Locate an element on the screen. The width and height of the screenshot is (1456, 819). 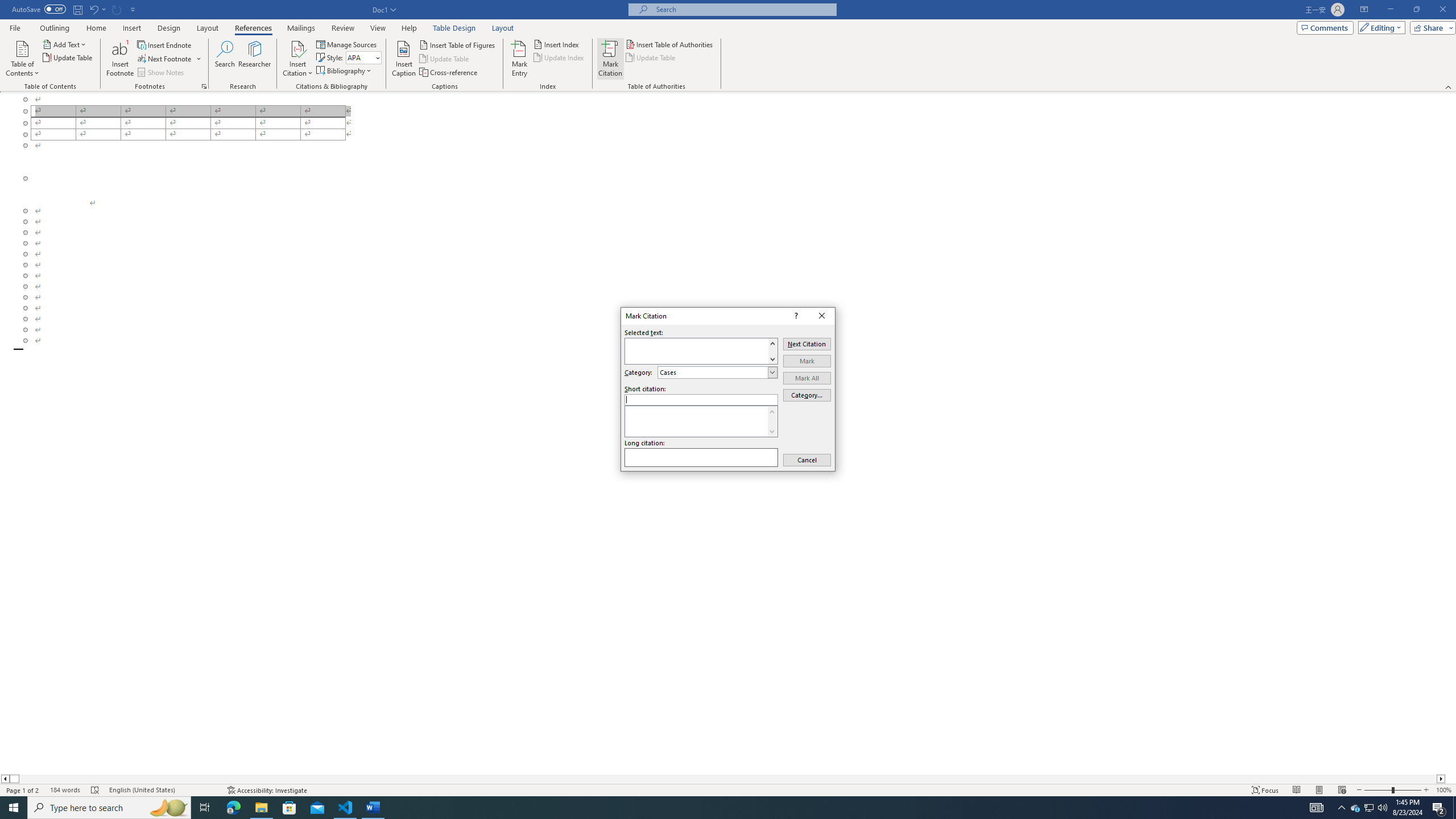
'Manage Sources...' is located at coordinates (347, 44).